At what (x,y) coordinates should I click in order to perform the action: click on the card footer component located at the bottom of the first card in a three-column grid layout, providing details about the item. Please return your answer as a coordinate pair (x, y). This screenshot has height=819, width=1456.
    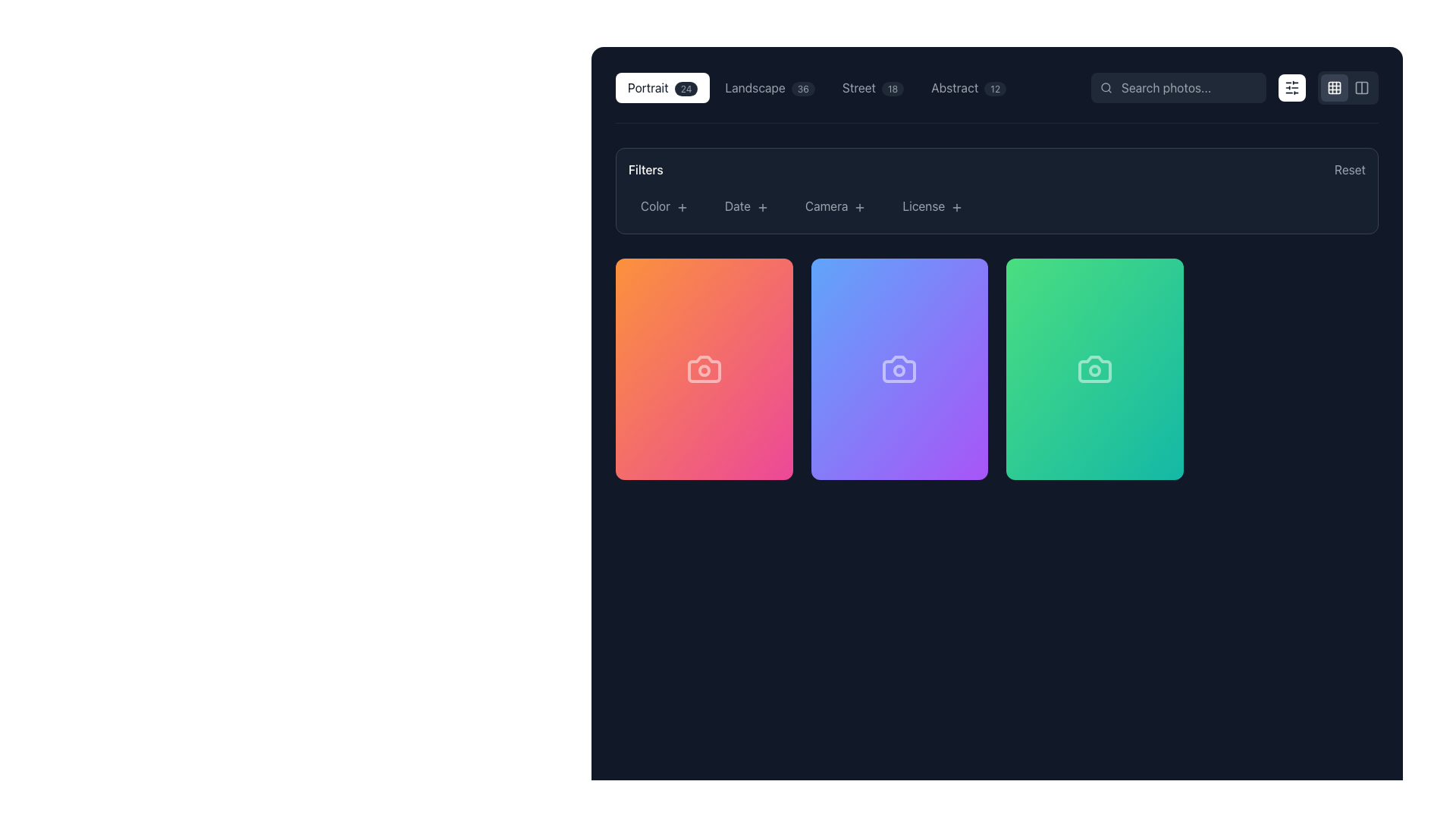
    Looking at the image, I should click on (703, 438).